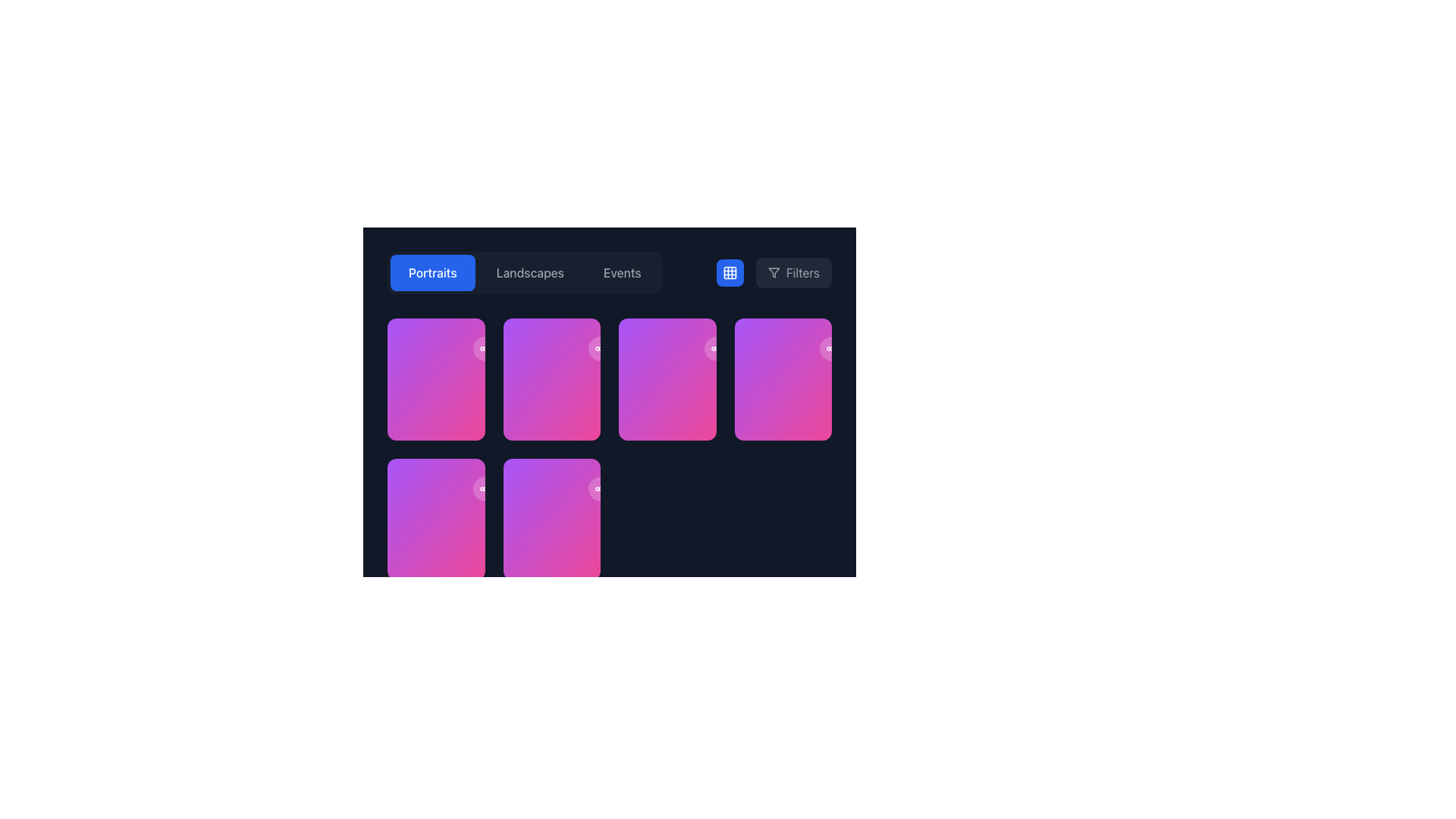 This screenshot has width=1456, height=819. Describe the element at coordinates (612, 345) in the screenshot. I see `the 'Share' icon within the Grouped UI Element containing Icon Buttons, which is located in the top-right corner of a card with a gradient pink-to-purple background` at that location.